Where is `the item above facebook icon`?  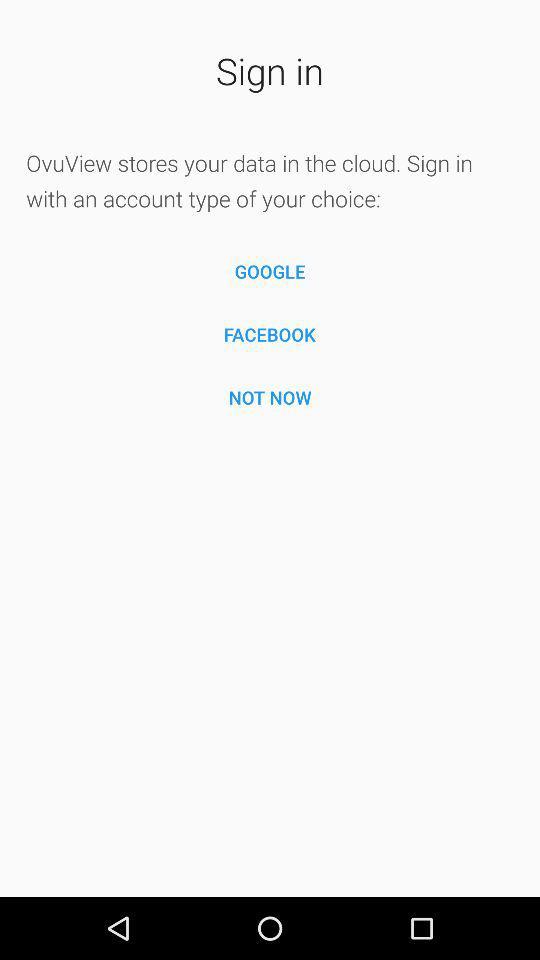 the item above facebook icon is located at coordinates (270, 270).